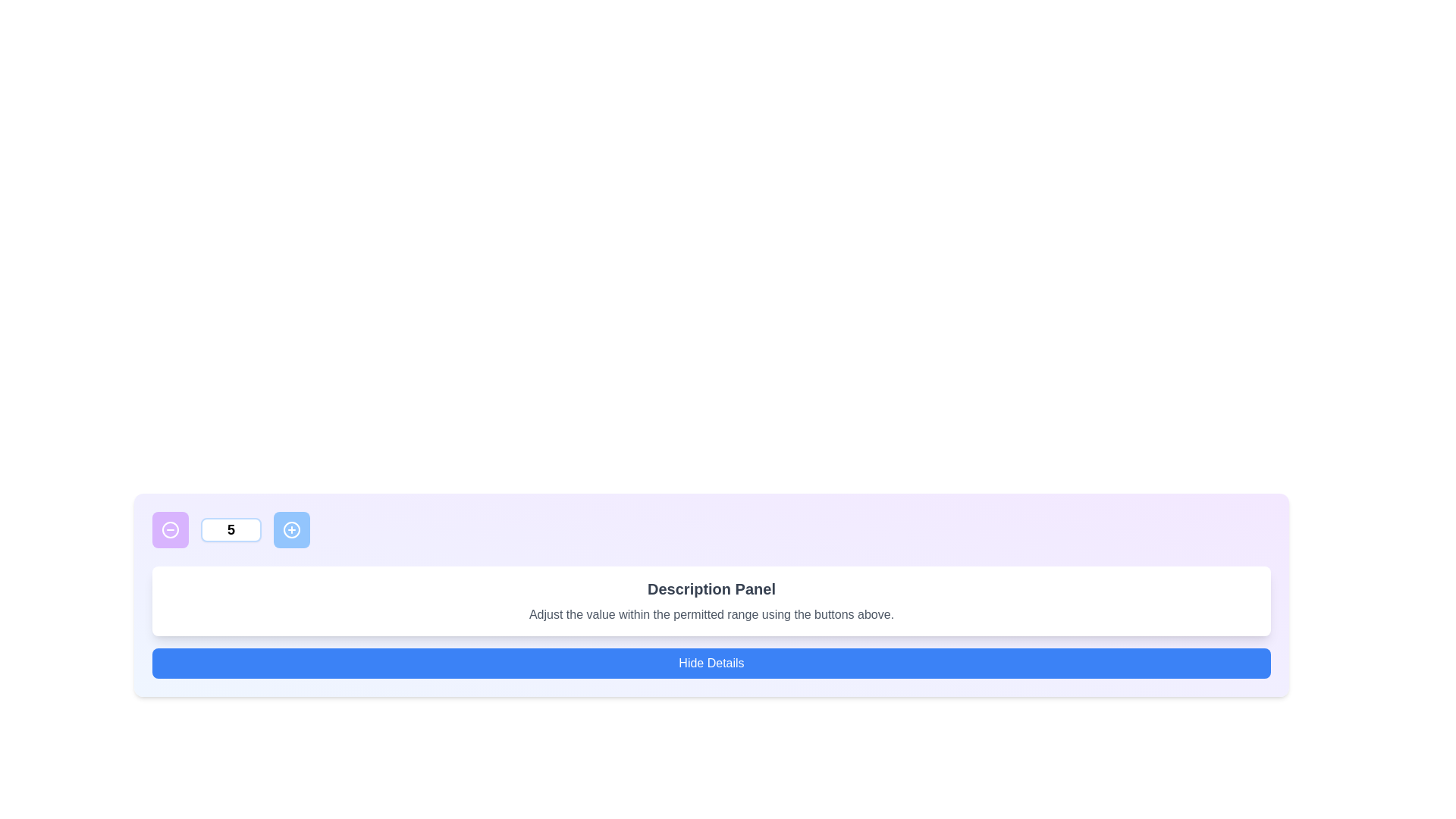 This screenshot has width=1456, height=819. What do you see at coordinates (711, 614) in the screenshot?
I see `the static text element displaying the instructional phrase 'Adjust the value within the permitted range using the buttons above.' located below the 'Description Panel' header` at bounding box center [711, 614].